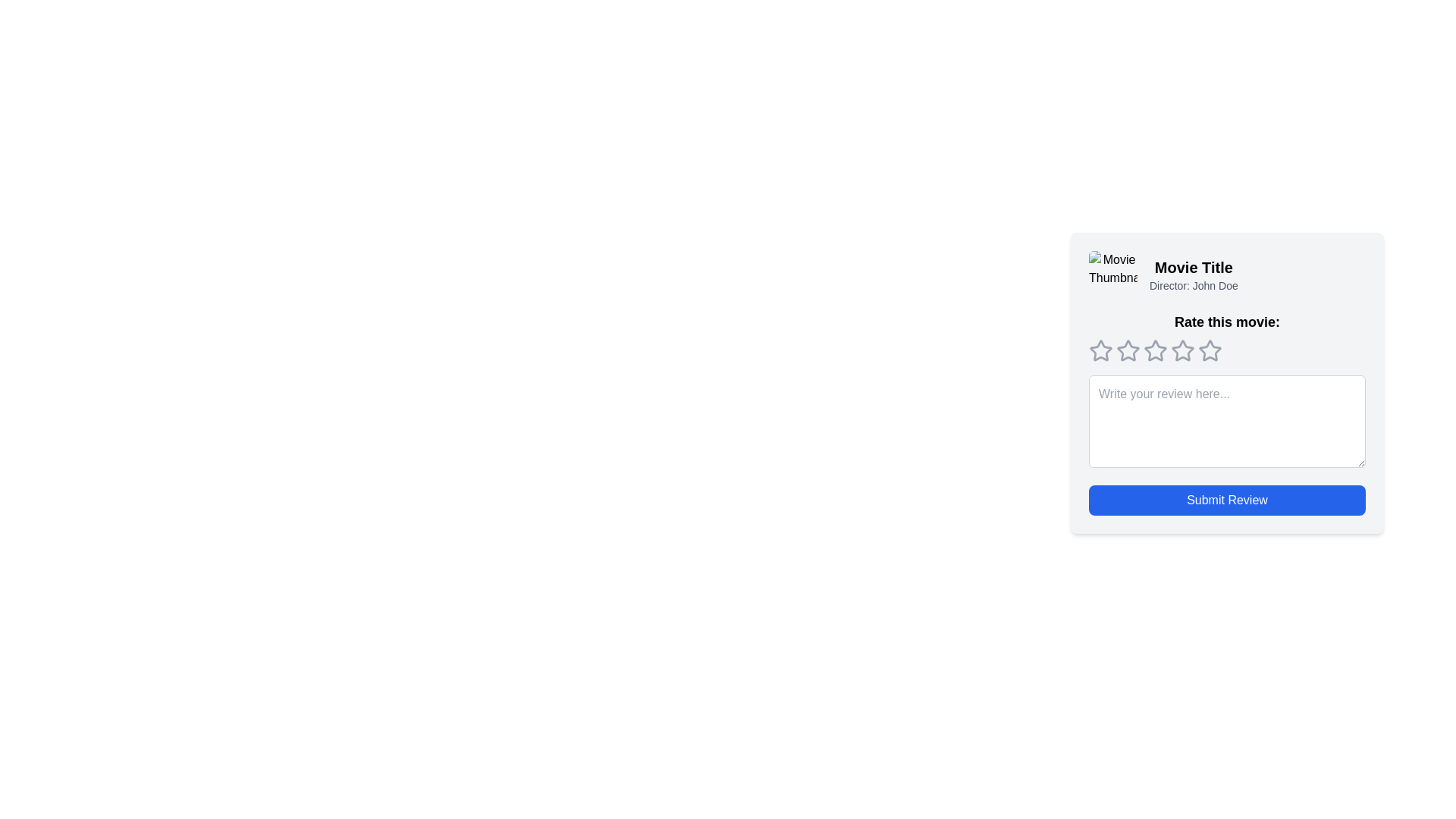 This screenshot has width=1456, height=819. I want to click on one of the unfilled star icons in the Rating control, so click(1227, 350).